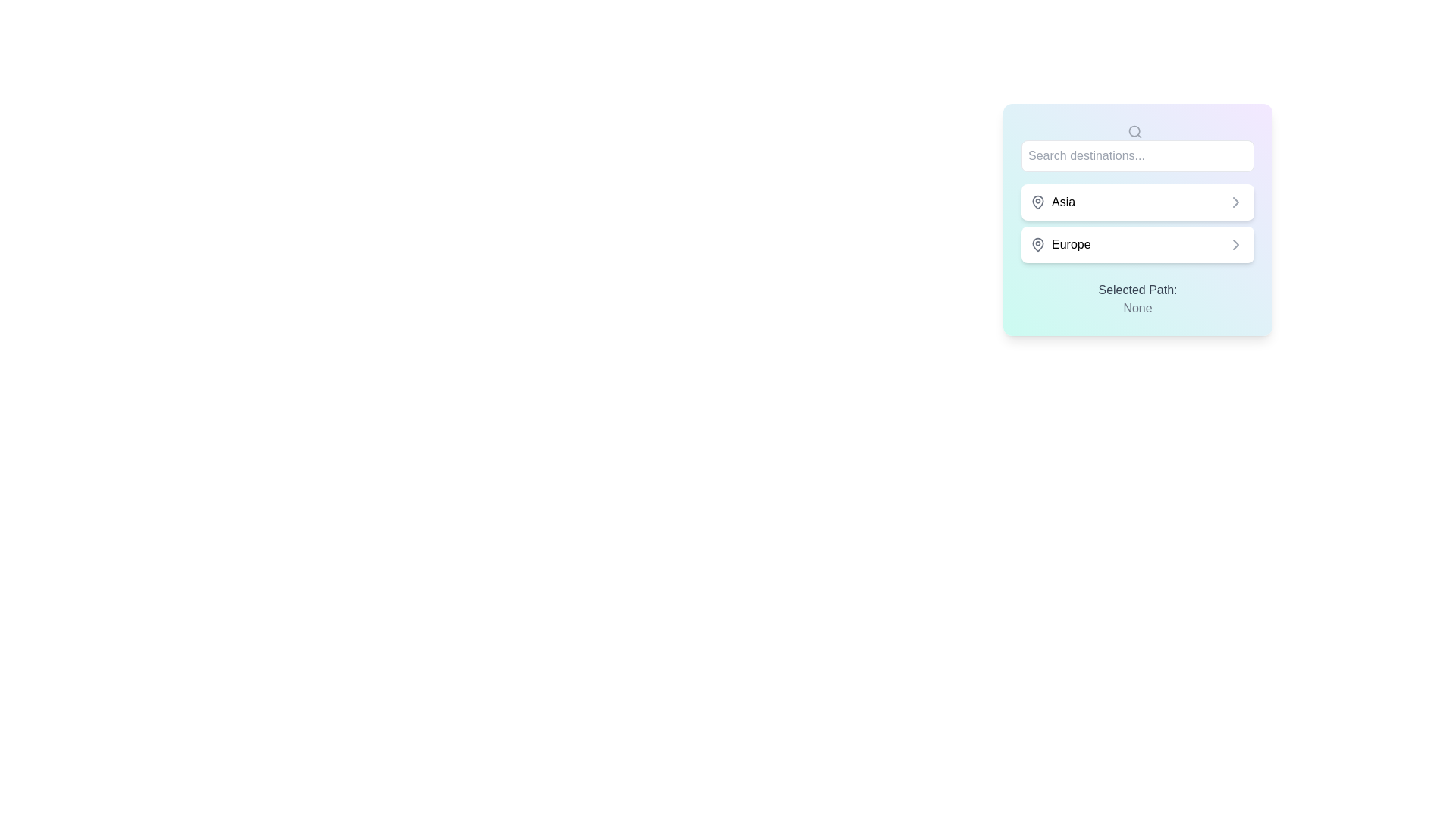 This screenshot has height=819, width=1456. I want to click on the 'Asia' text-label UI element located in the second row of selectable options, which is part of a white card with rounded design, so click(1051, 201).